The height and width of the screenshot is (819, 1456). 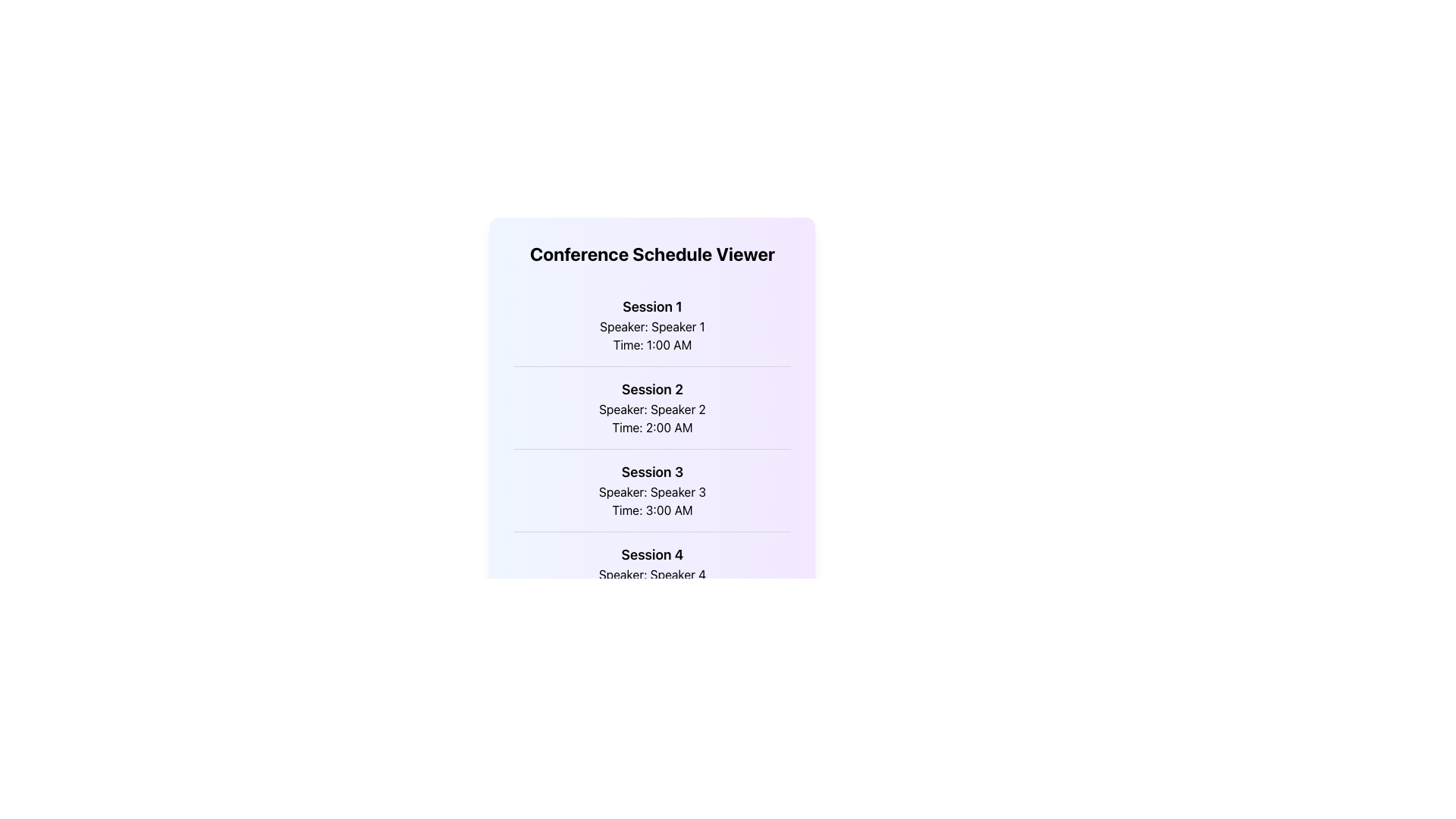 What do you see at coordinates (652, 326) in the screenshot?
I see `the Text Label displaying 'Speaker: Speaker 1', which is centrally positioned below 'Session 1' and above 'Time: 1:00 AM'` at bounding box center [652, 326].